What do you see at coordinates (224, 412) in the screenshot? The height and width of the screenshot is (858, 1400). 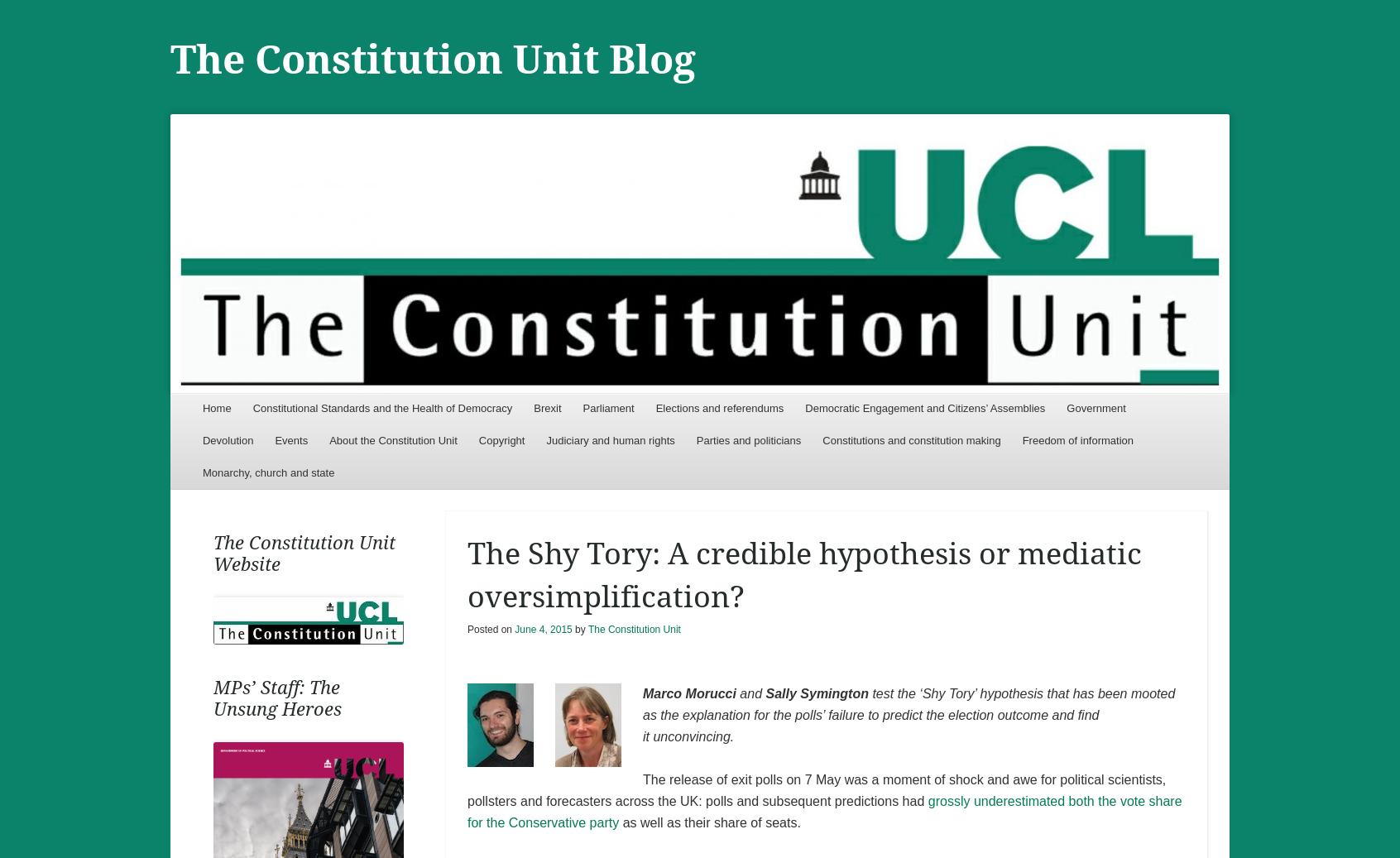 I see `'Menu'` at bounding box center [224, 412].